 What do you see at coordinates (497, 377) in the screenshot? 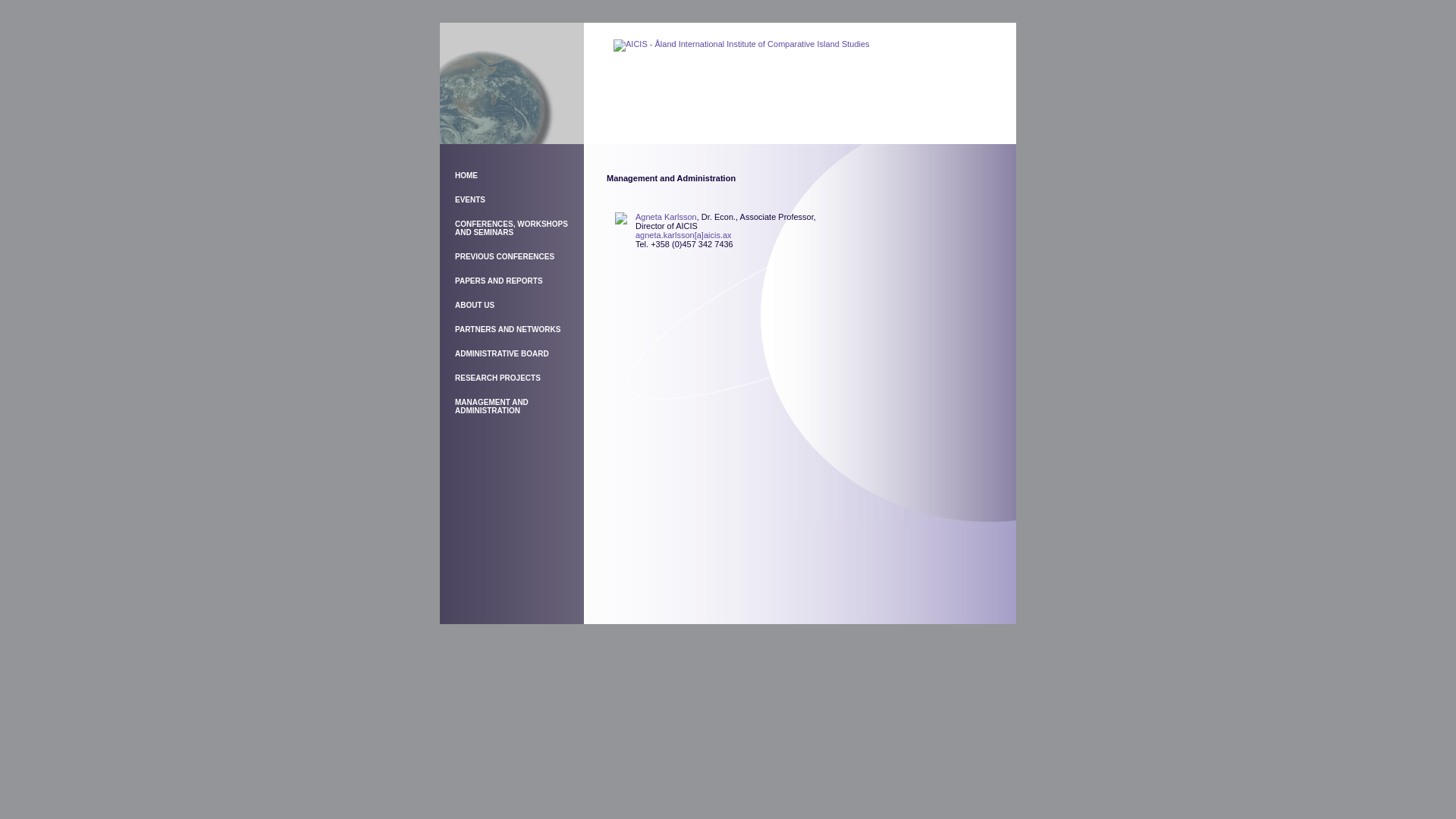
I see `'RESEARCH PROJECTS'` at bounding box center [497, 377].